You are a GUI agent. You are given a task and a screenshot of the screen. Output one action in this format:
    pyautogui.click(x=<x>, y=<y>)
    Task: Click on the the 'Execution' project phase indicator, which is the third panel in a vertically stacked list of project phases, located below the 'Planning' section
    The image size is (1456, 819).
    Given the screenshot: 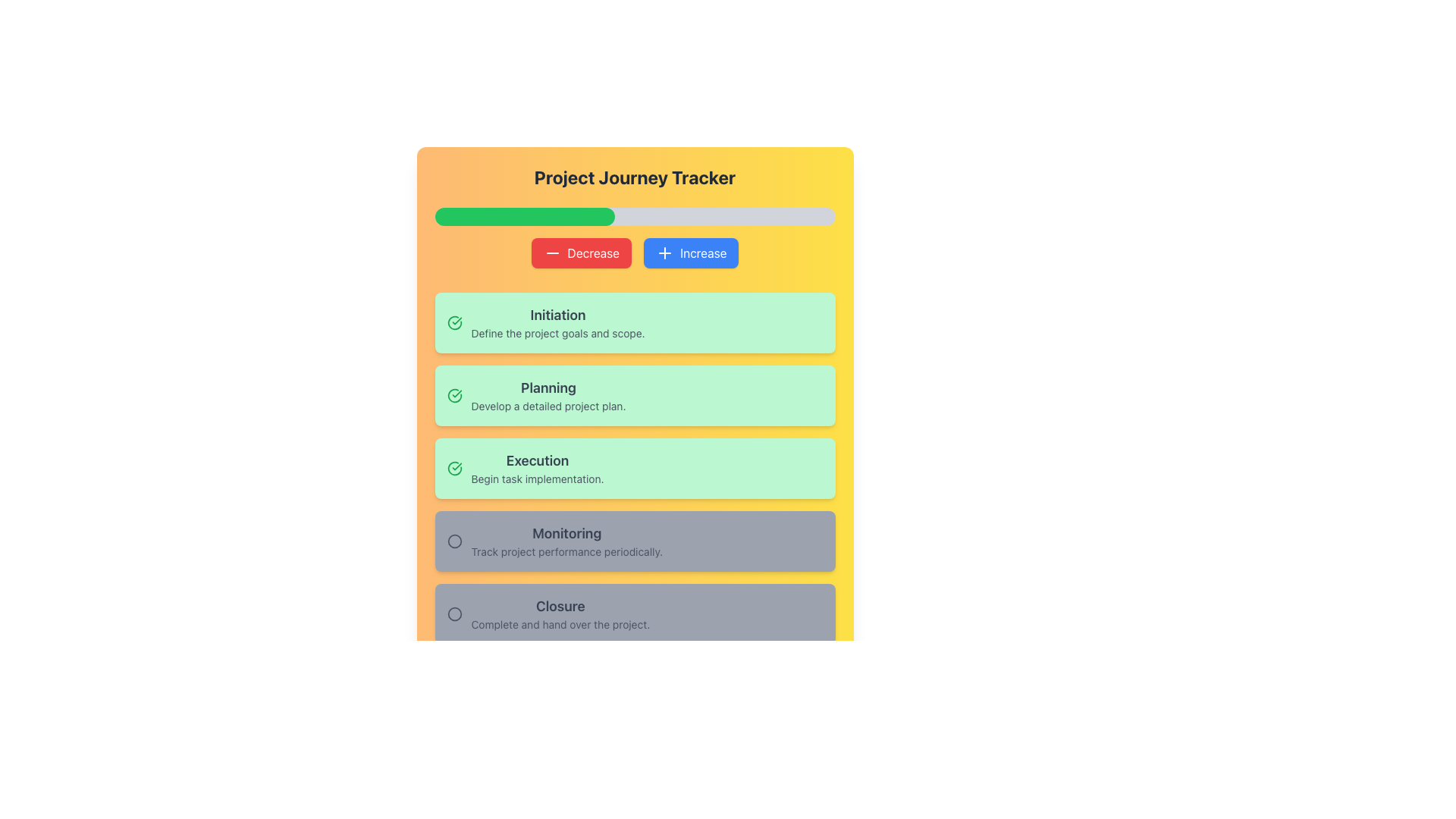 What is the action you would take?
    pyautogui.click(x=538, y=467)
    